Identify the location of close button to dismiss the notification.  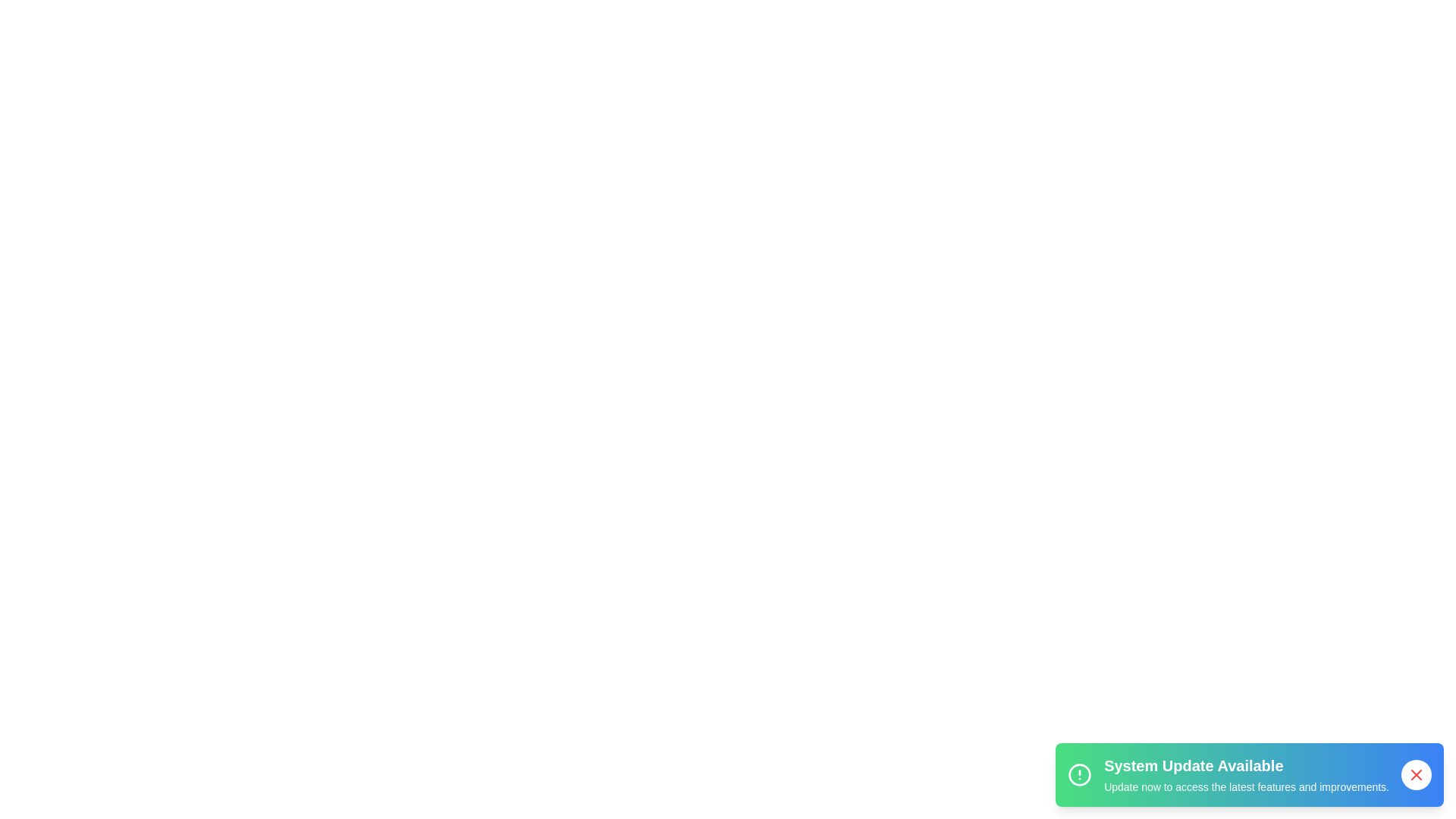
(1415, 775).